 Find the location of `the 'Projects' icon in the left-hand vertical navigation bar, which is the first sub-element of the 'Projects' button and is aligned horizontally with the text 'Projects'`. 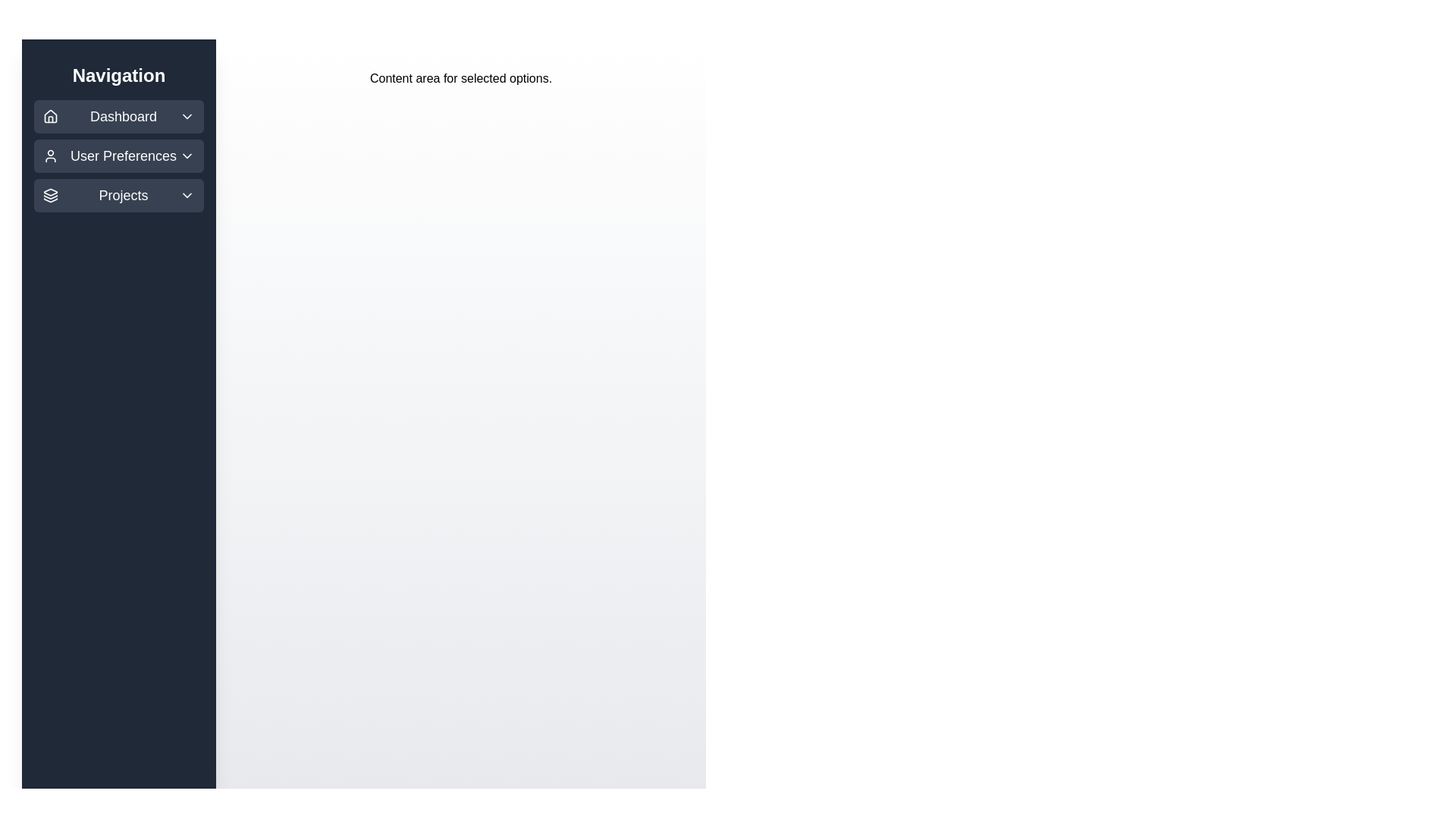

the 'Projects' icon in the left-hand vertical navigation bar, which is the first sub-element of the 'Projects' button and is aligned horizontally with the text 'Projects' is located at coordinates (51, 195).